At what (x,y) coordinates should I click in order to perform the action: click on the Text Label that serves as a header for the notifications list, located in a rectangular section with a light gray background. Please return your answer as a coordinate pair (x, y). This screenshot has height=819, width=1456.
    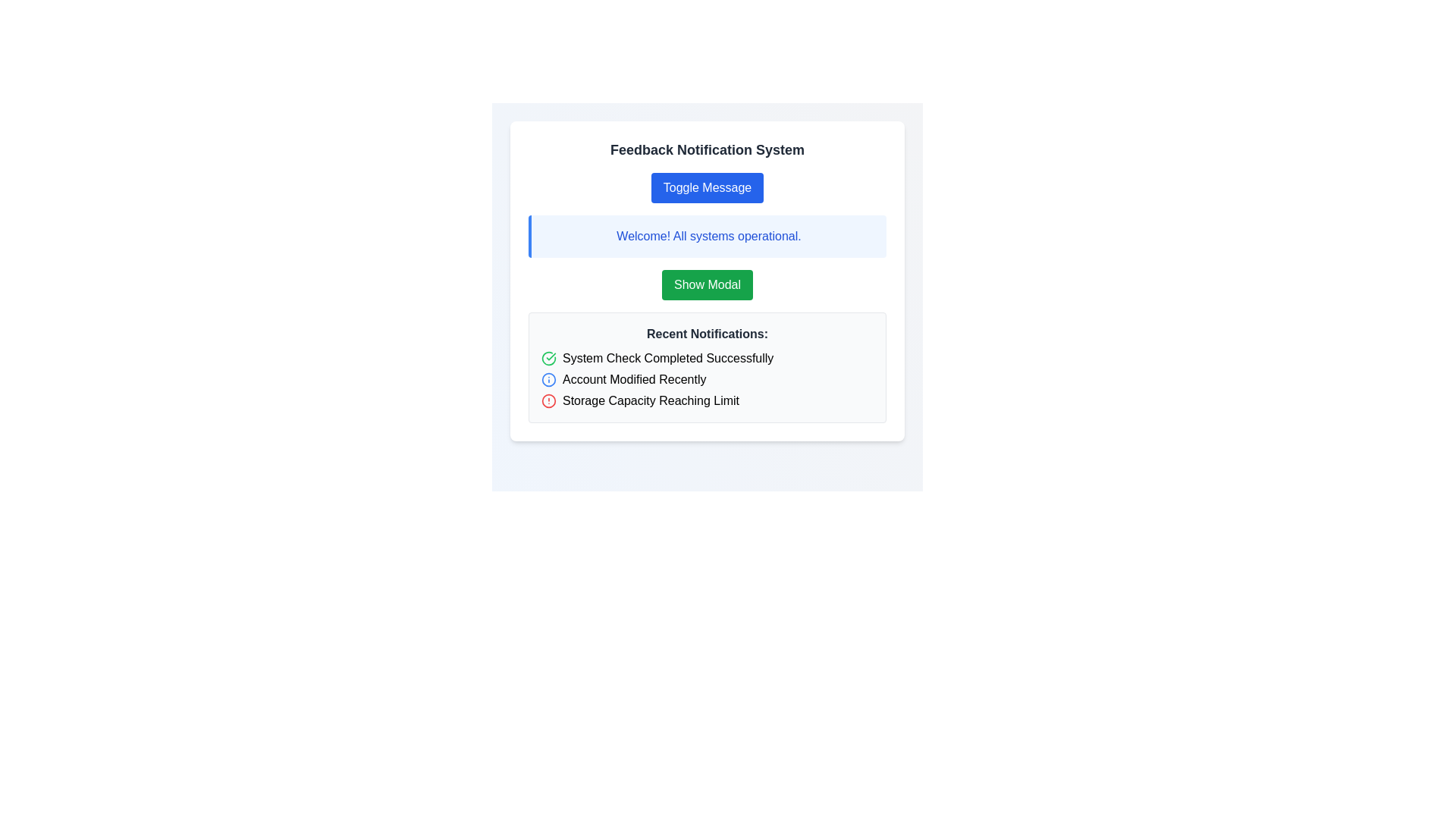
    Looking at the image, I should click on (706, 333).